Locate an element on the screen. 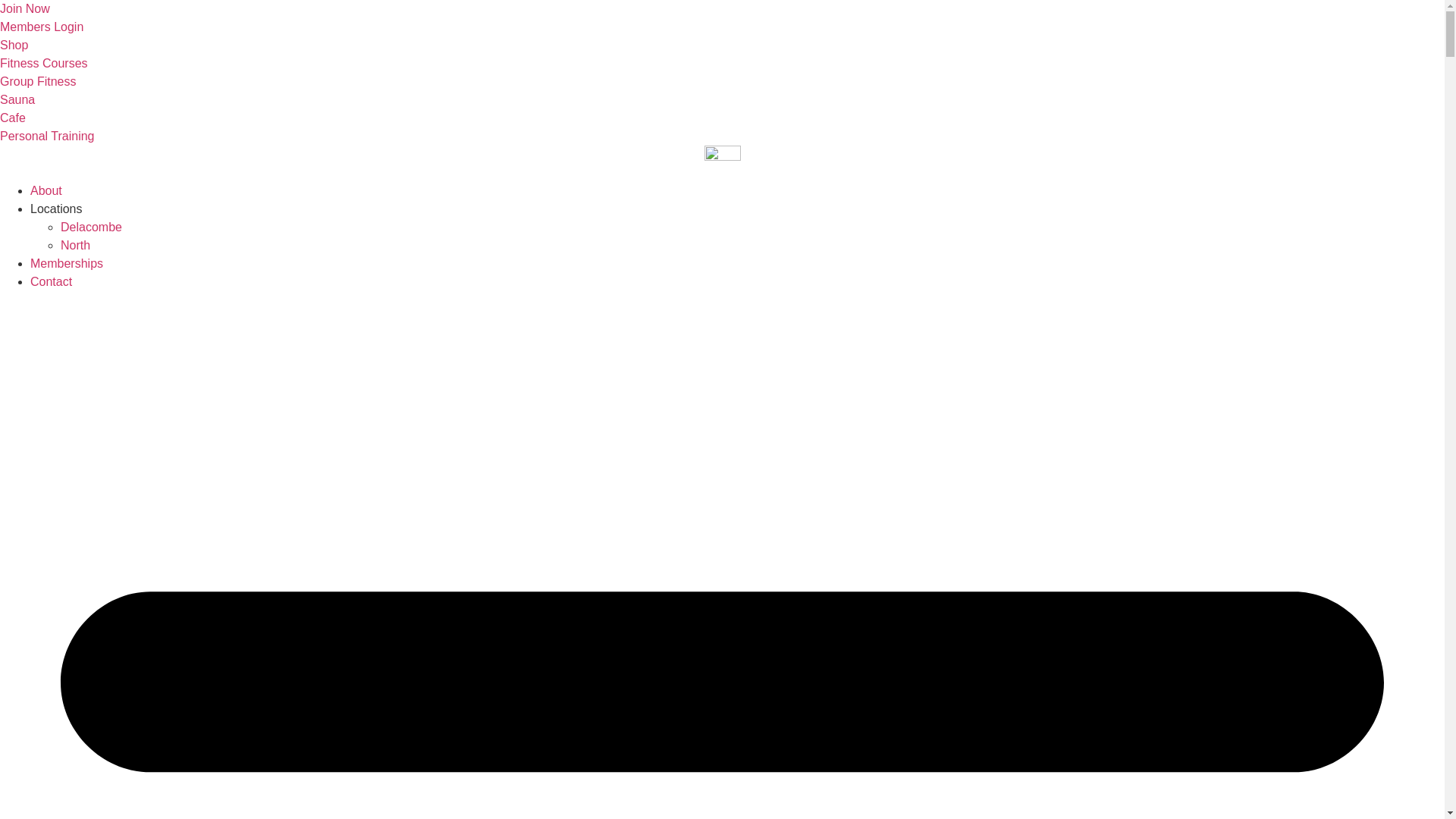  'Group Fitness' is located at coordinates (37, 81).